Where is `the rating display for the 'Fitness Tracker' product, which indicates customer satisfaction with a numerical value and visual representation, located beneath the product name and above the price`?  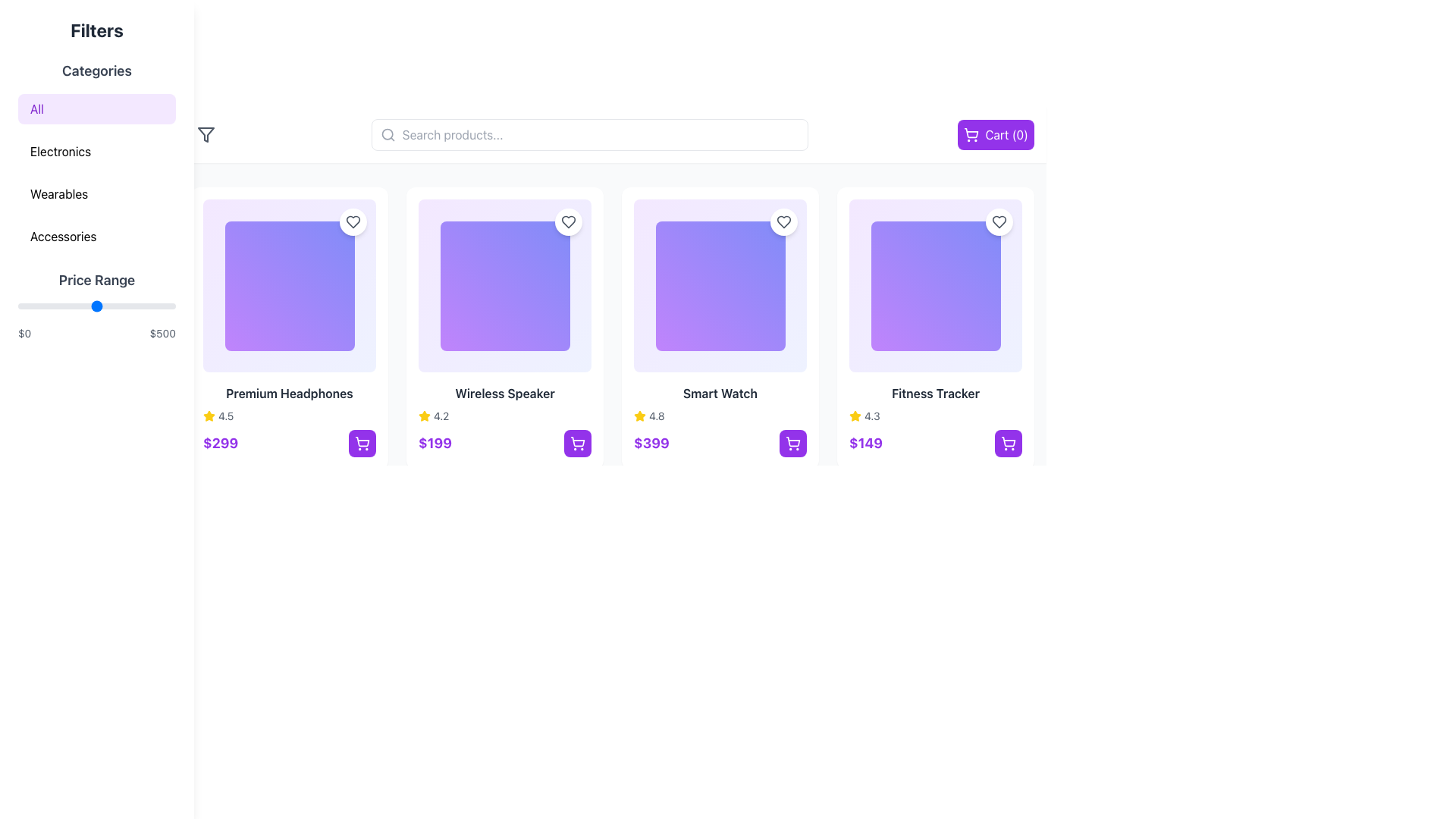 the rating display for the 'Fitness Tracker' product, which indicates customer satisfaction with a numerical value and visual representation, located beneath the product name and above the price is located at coordinates (934, 416).